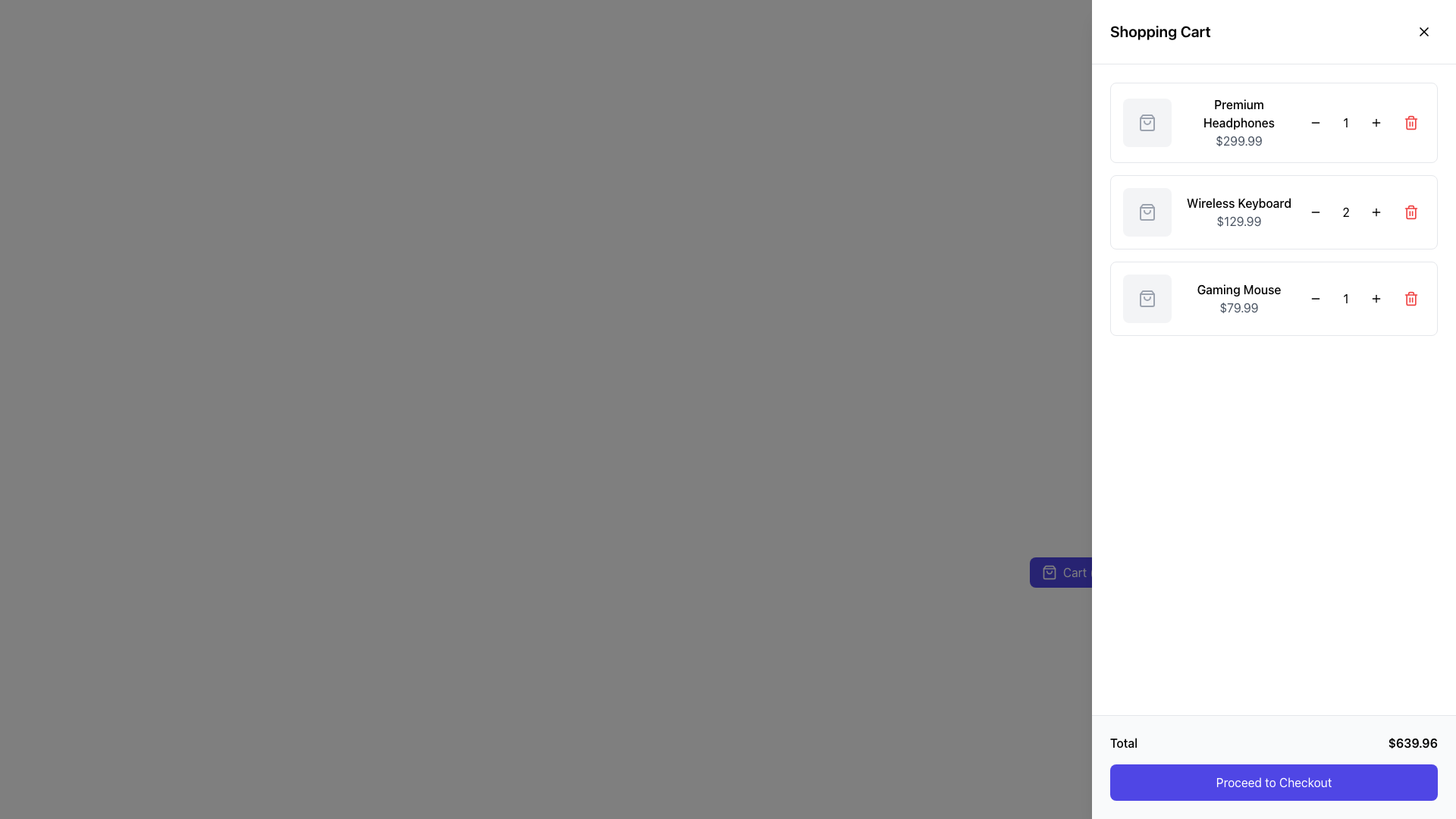  What do you see at coordinates (1238, 122) in the screenshot?
I see `product's details displayed in the text block showing the product name and price, which is located in the first item of the shopping cart interface` at bounding box center [1238, 122].